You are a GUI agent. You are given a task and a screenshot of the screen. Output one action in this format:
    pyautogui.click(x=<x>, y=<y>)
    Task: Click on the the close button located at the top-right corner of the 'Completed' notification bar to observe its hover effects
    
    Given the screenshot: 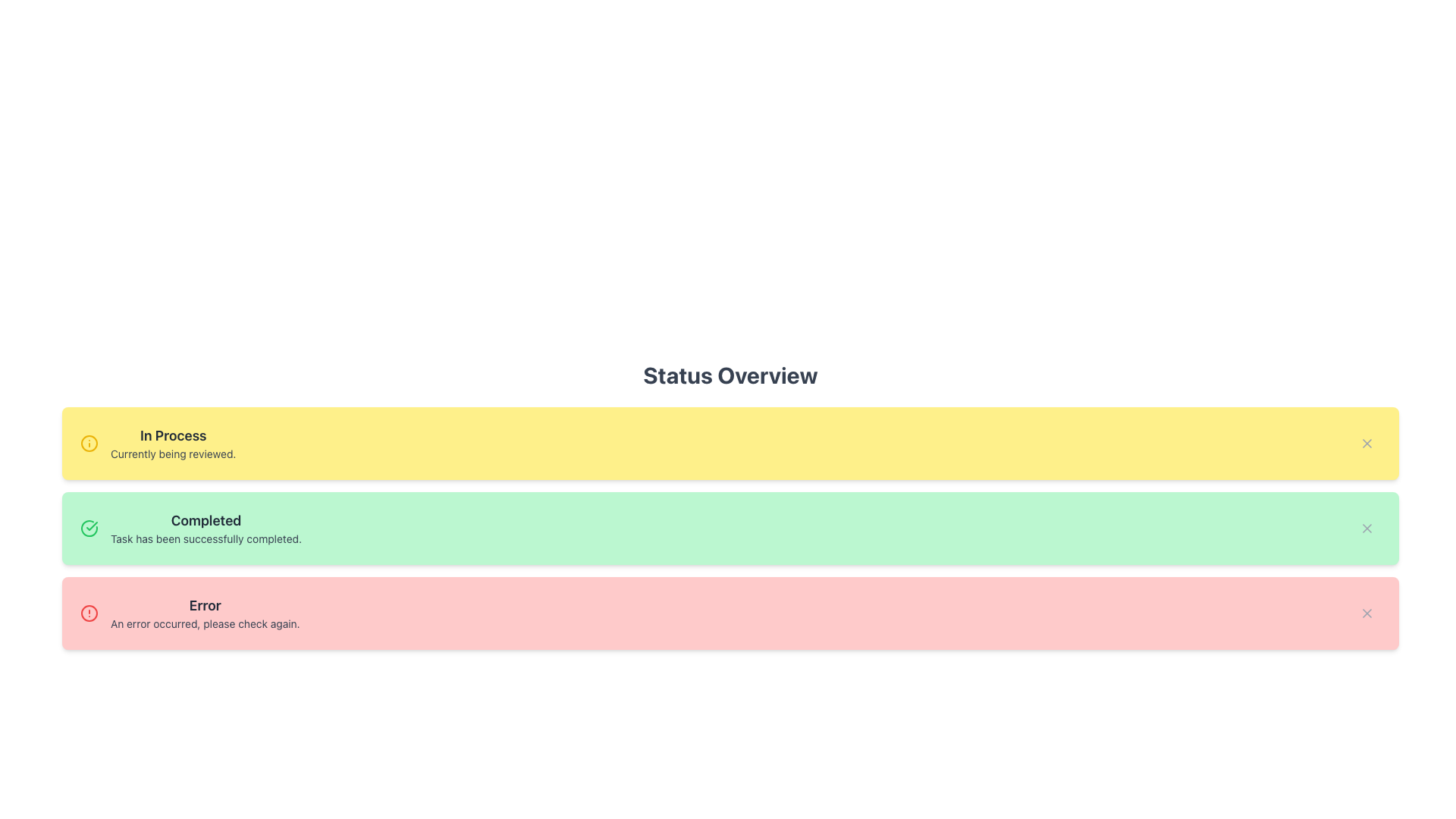 What is the action you would take?
    pyautogui.click(x=1367, y=528)
    